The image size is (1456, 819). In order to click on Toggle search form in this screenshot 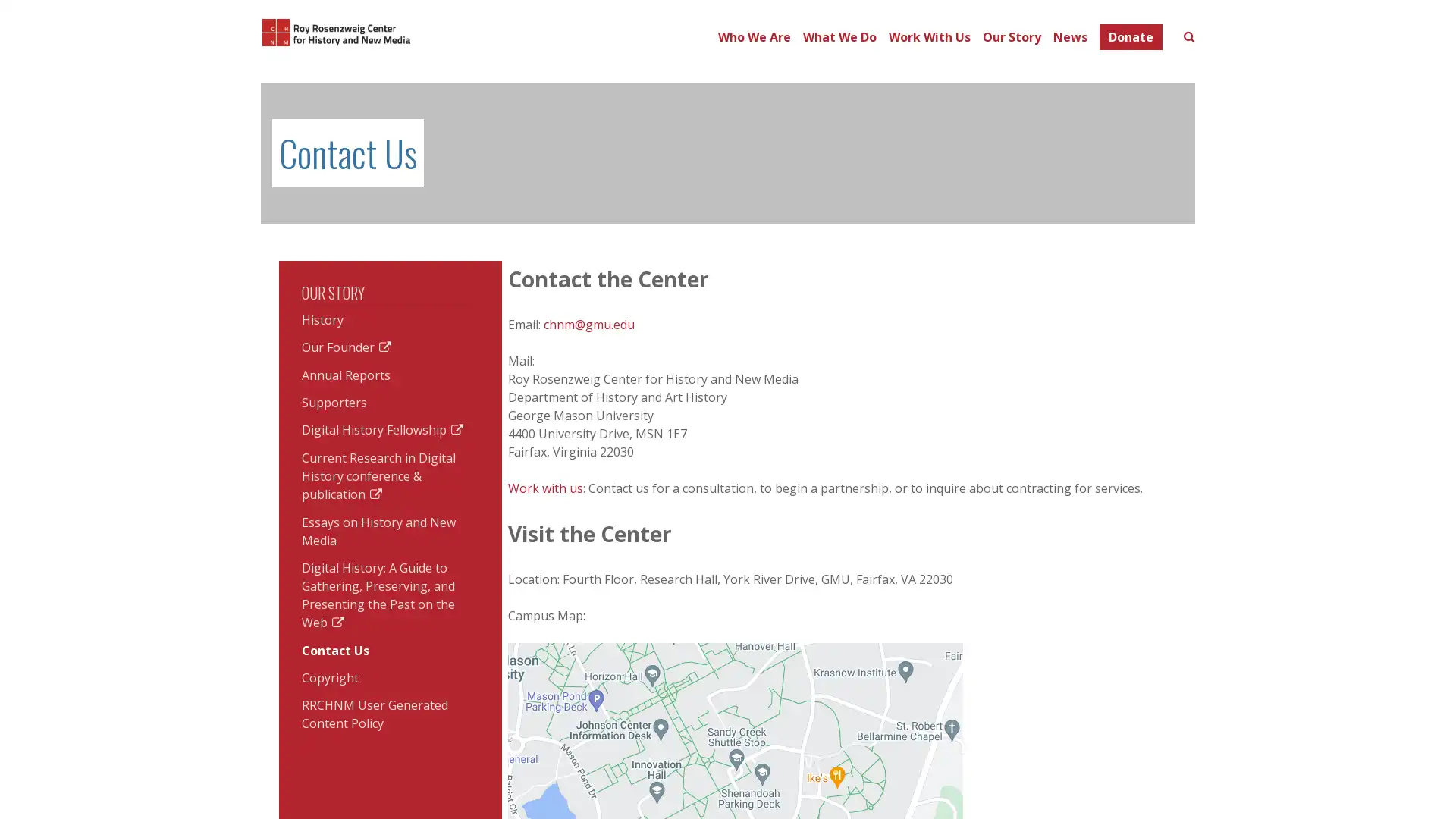, I will do `click(1188, 36)`.